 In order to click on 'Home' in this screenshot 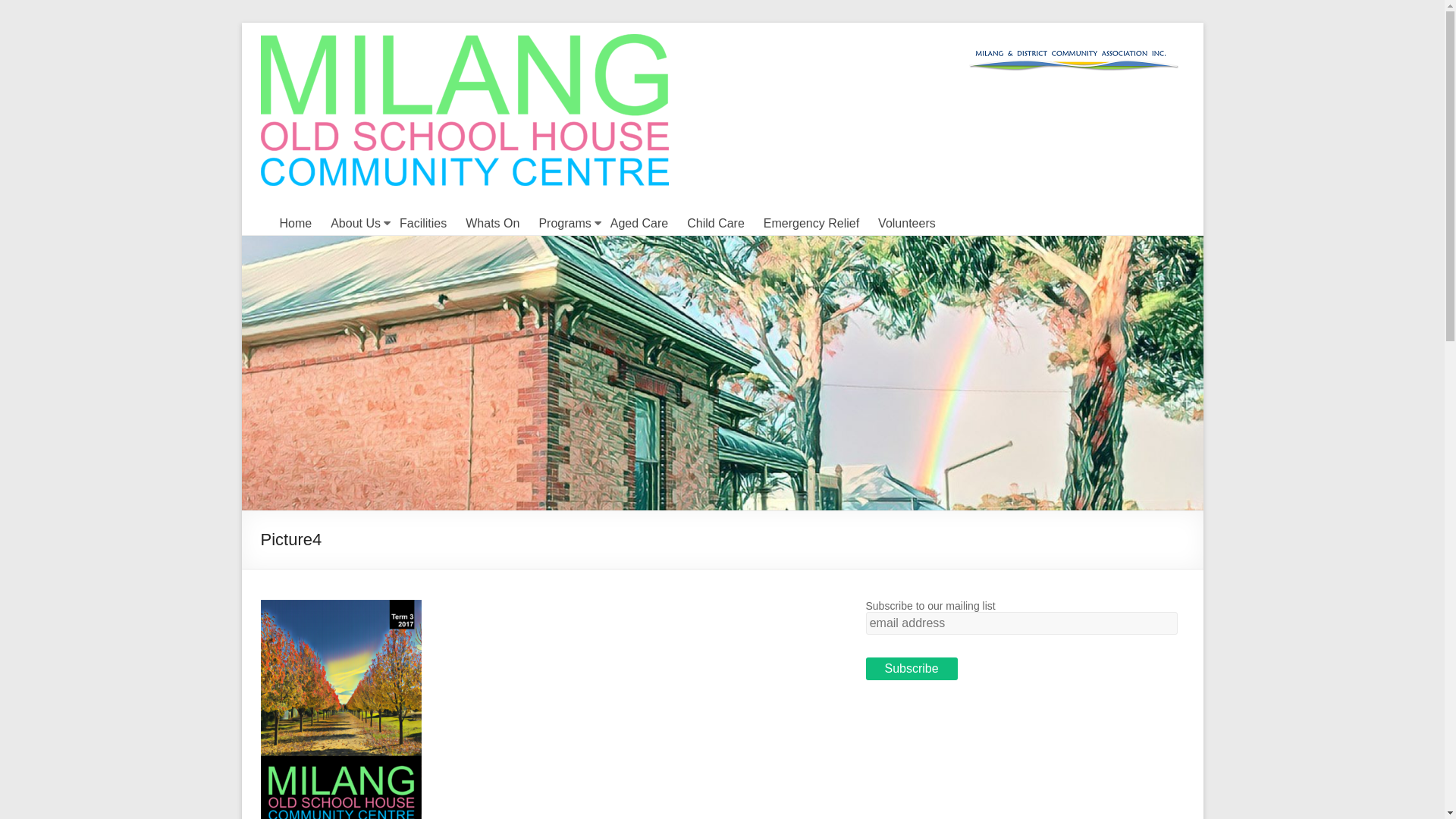, I will do `click(279, 223)`.